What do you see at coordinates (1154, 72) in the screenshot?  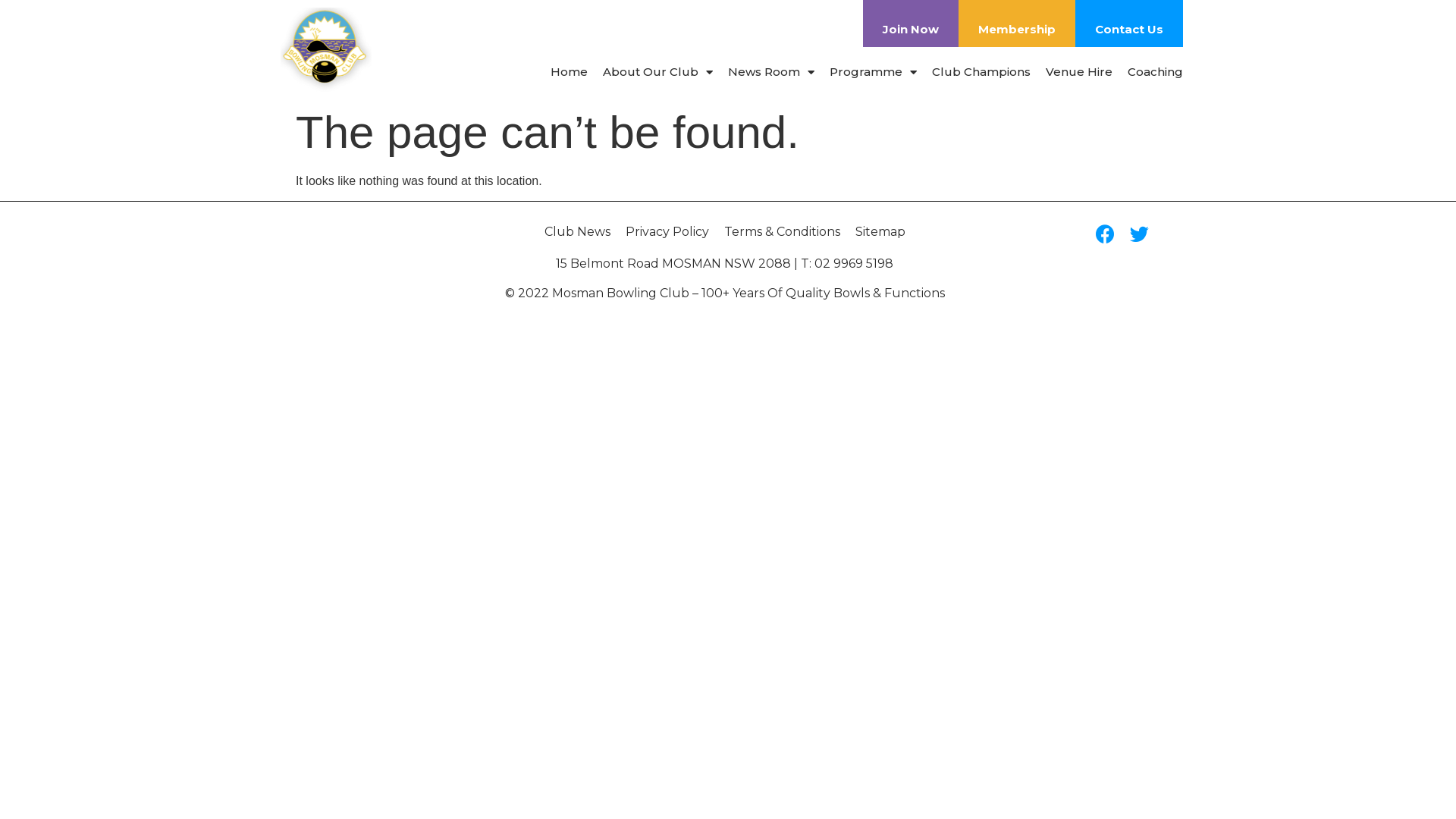 I see `'Coaching'` at bounding box center [1154, 72].